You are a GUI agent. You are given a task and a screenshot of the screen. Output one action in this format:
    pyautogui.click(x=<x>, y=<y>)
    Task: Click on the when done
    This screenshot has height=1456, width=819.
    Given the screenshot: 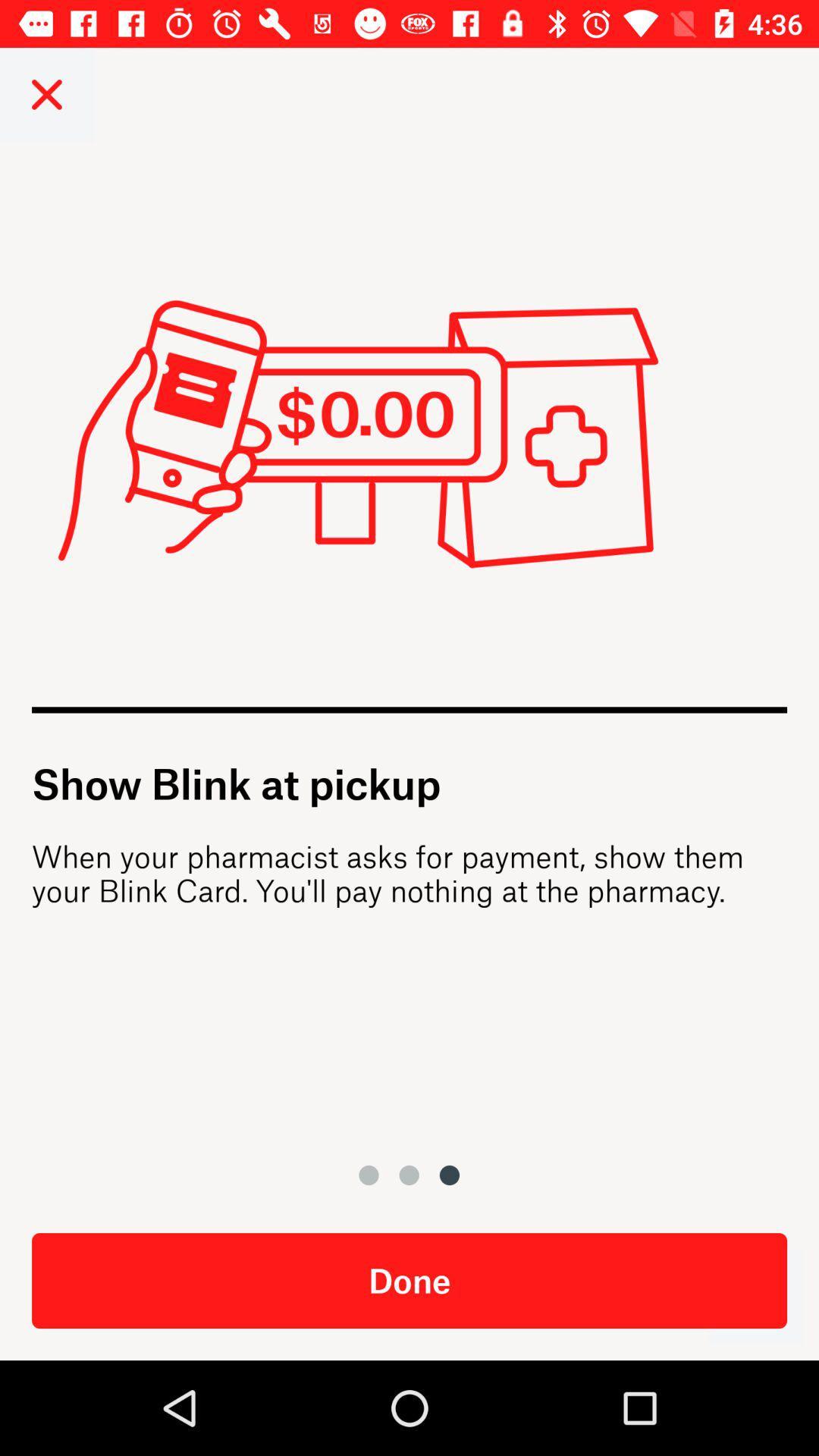 What is the action you would take?
    pyautogui.click(x=755, y=1295)
    